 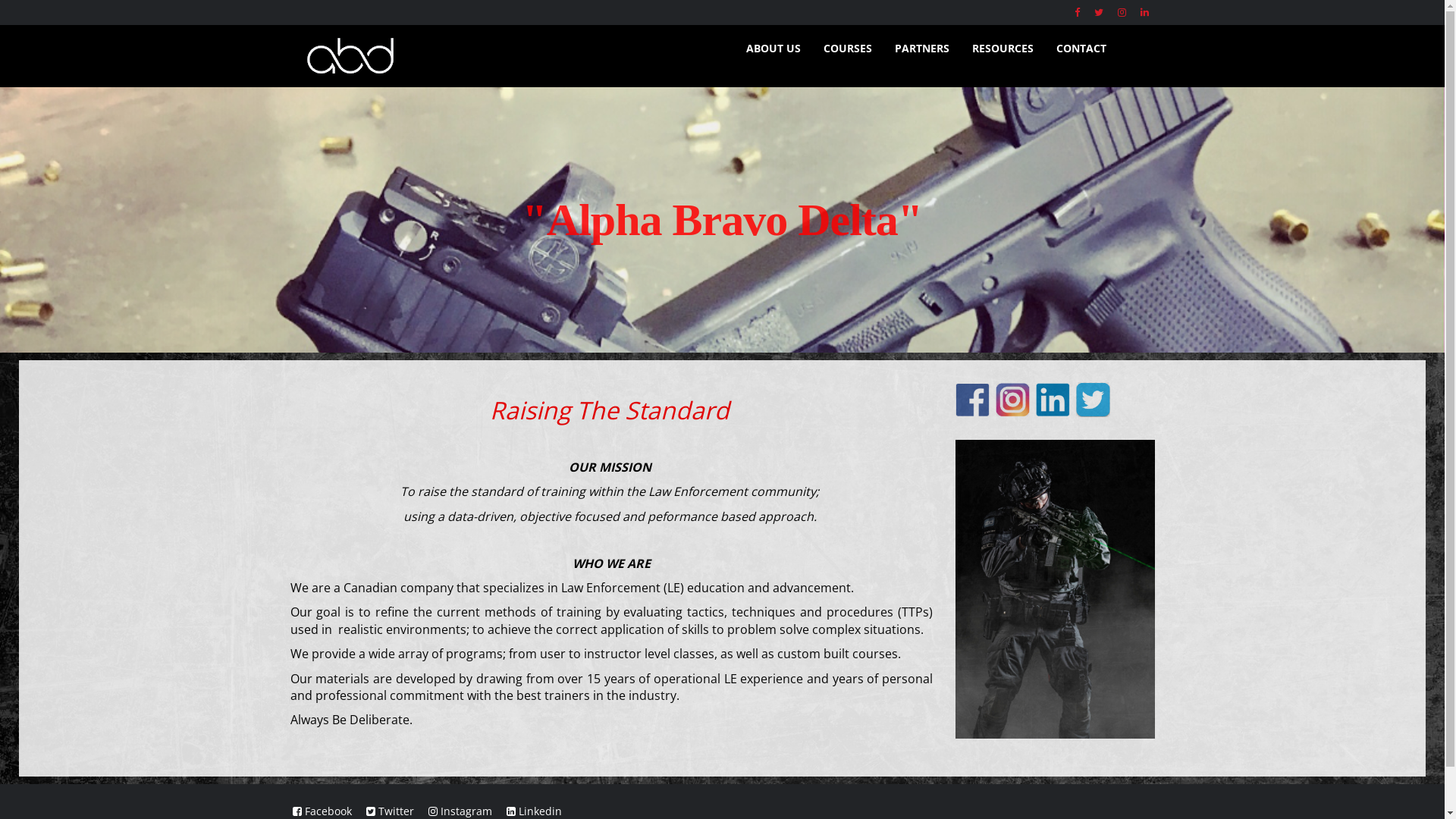 What do you see at coordinates (427, 810) in the screenshot?
I see `'Instagram'` at bounding box center [427, 810].